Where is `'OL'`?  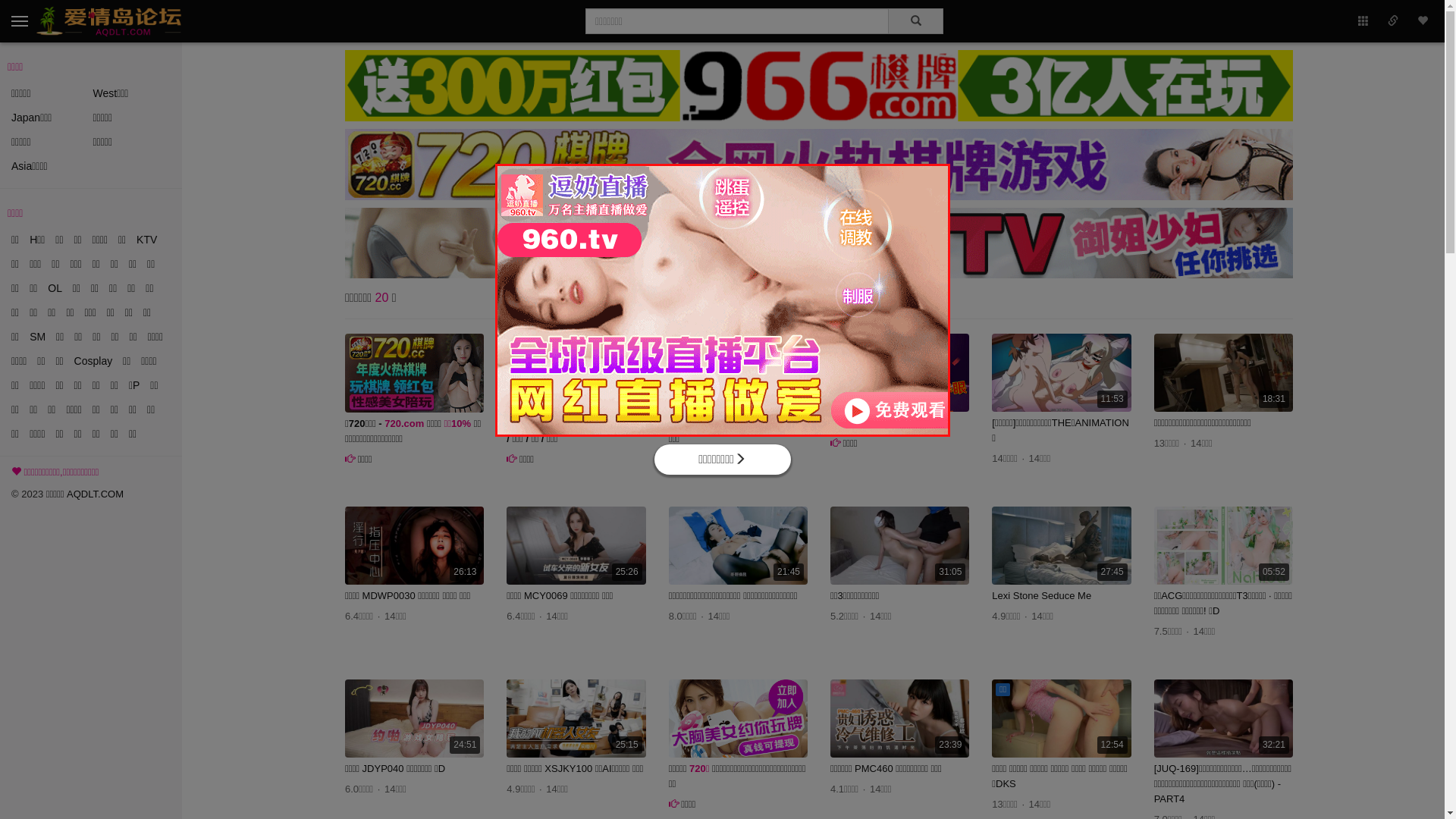
'OL' is located at coordinates (55, 288).